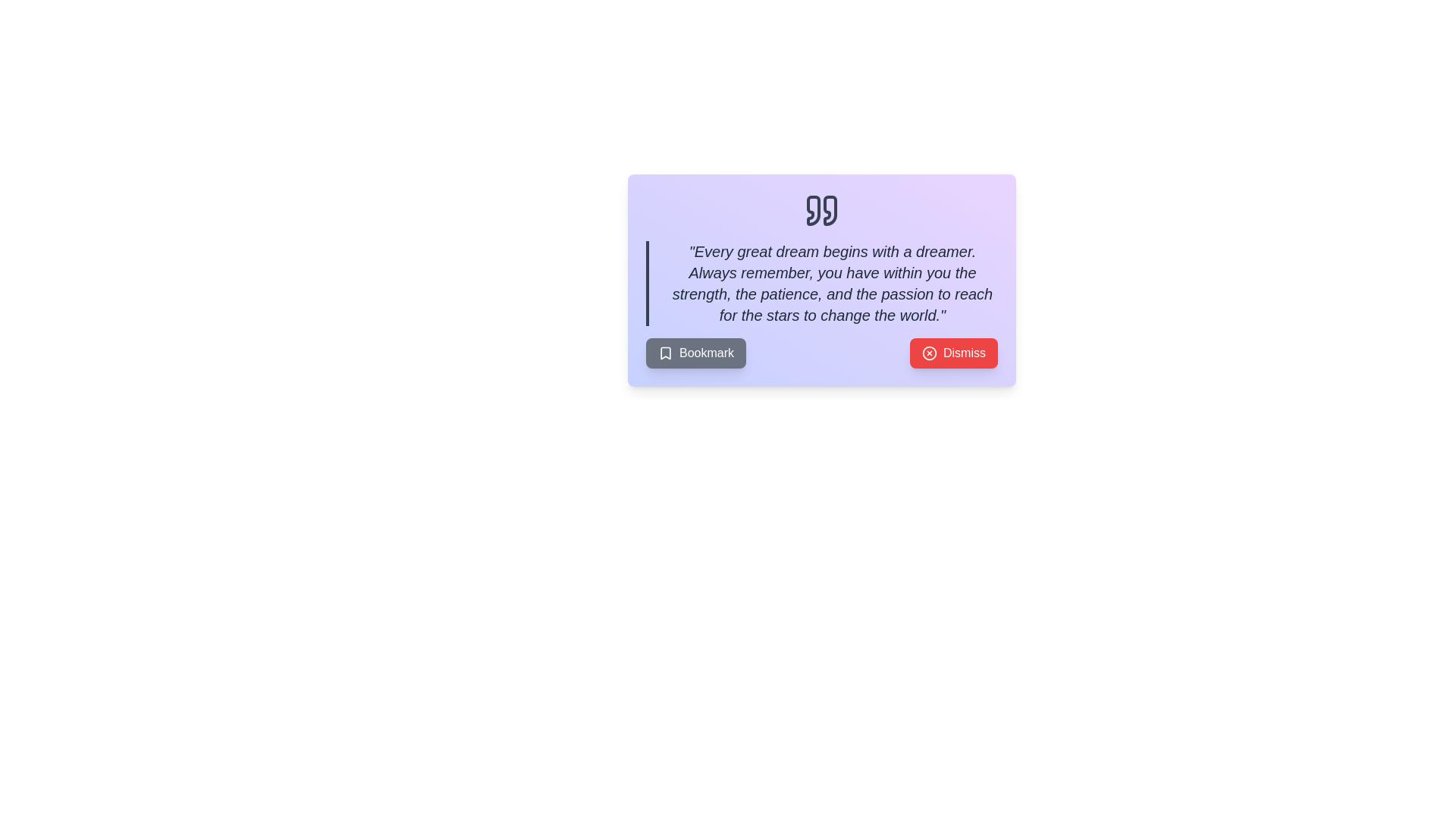 This screenshot has width=1456, height=819. Describe the element at coordinates (952, 353) in the screenshot. I see `the 'Dismiss' button, which is the second button in a horizontal layout to the right of the 'Bookmark' button` at that location.